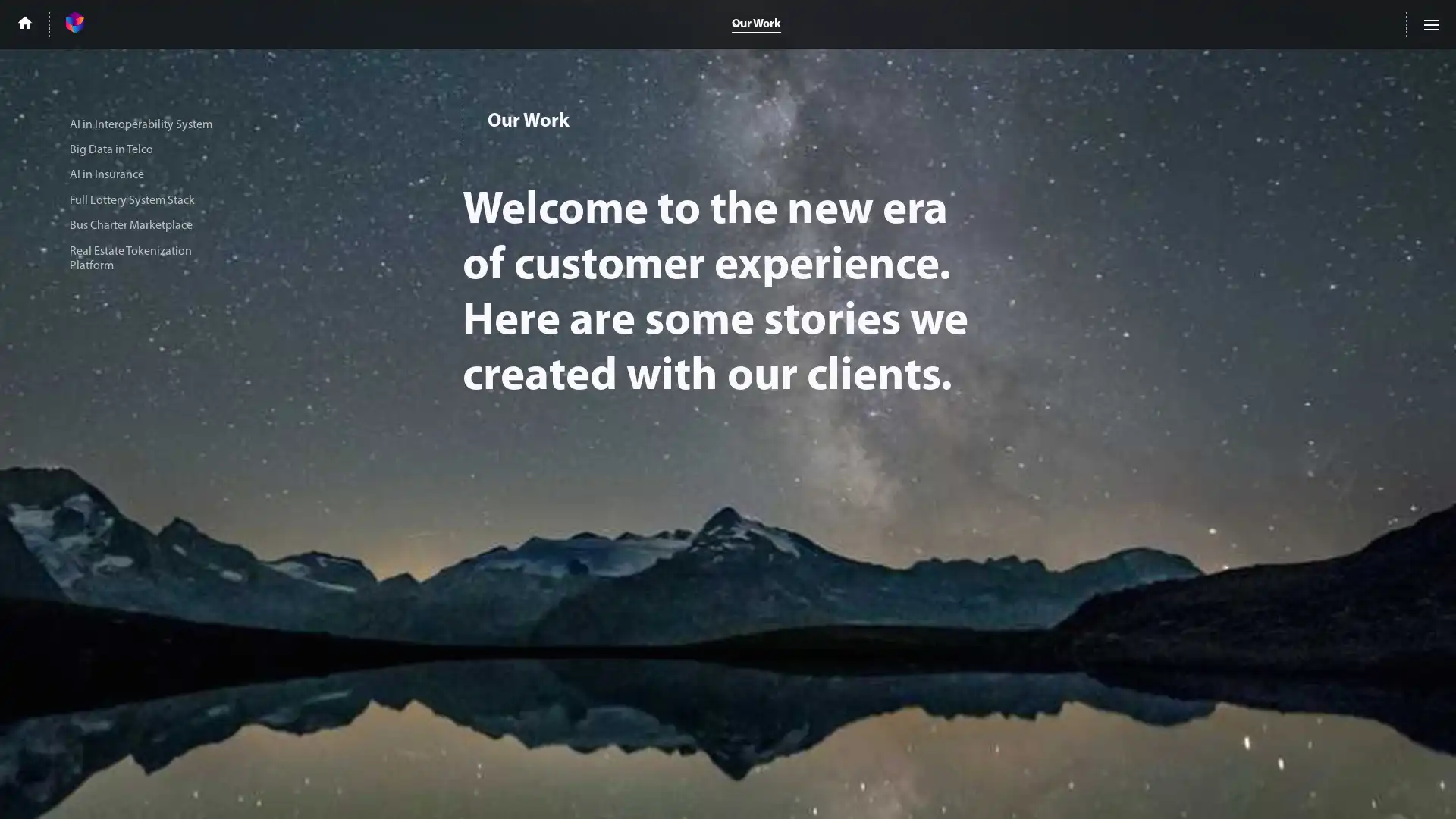 This screenshot has height=819, width=1456. What do you see at coordinates (1360, 786) in the screenshot?
I see `HIDE` at bounding box center [1360, 786].